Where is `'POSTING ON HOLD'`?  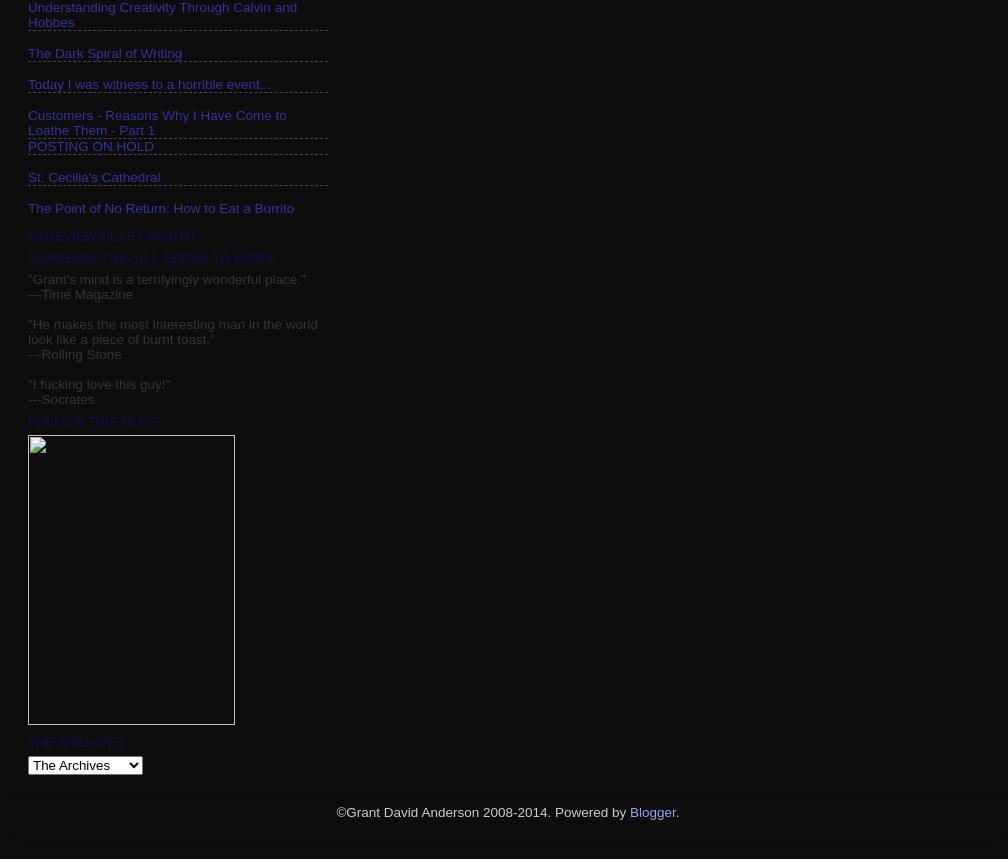 'POSTING ON HOLD' is located at coordinates (91, 144).